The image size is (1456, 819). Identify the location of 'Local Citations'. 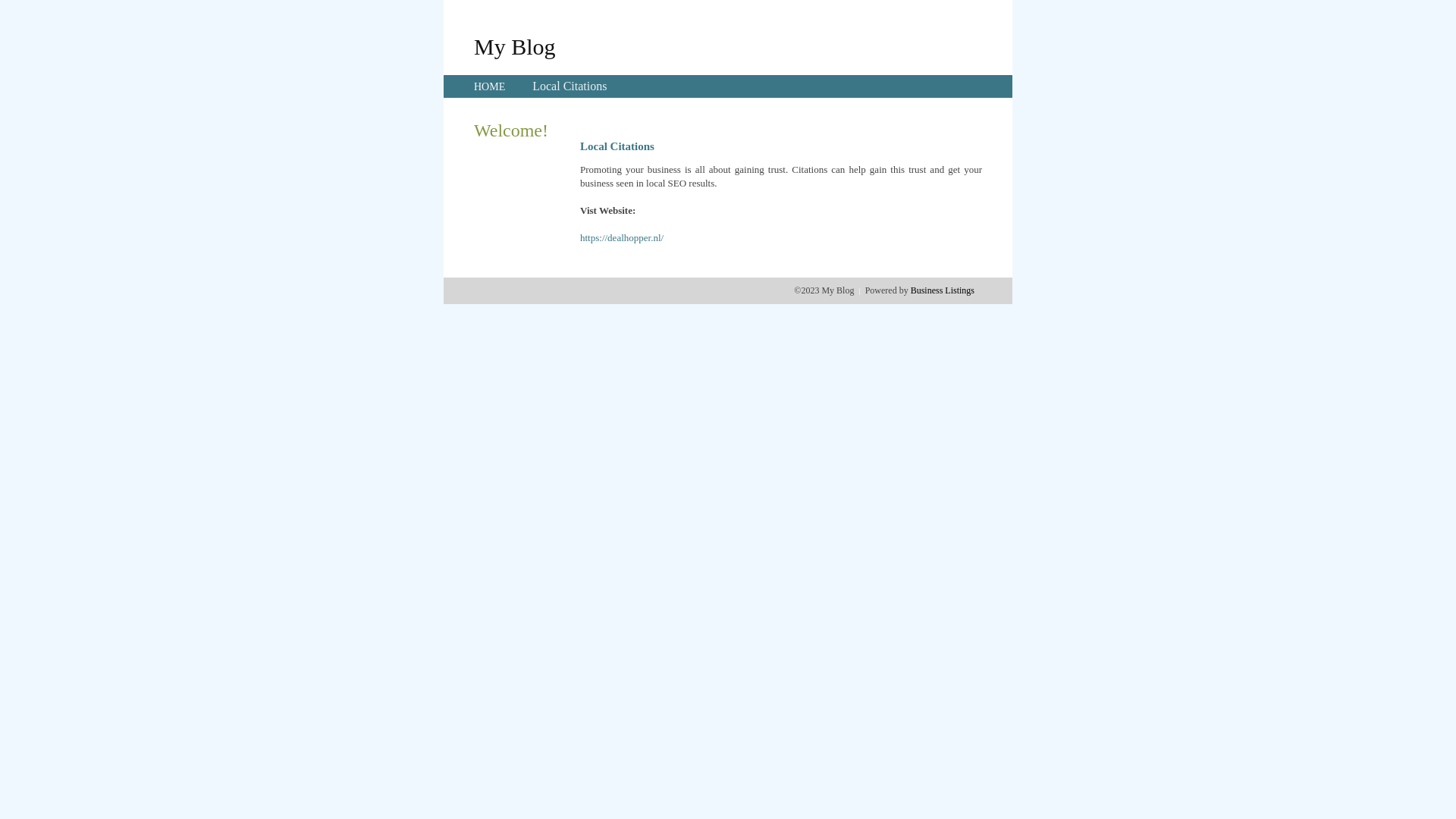
(568, 86).